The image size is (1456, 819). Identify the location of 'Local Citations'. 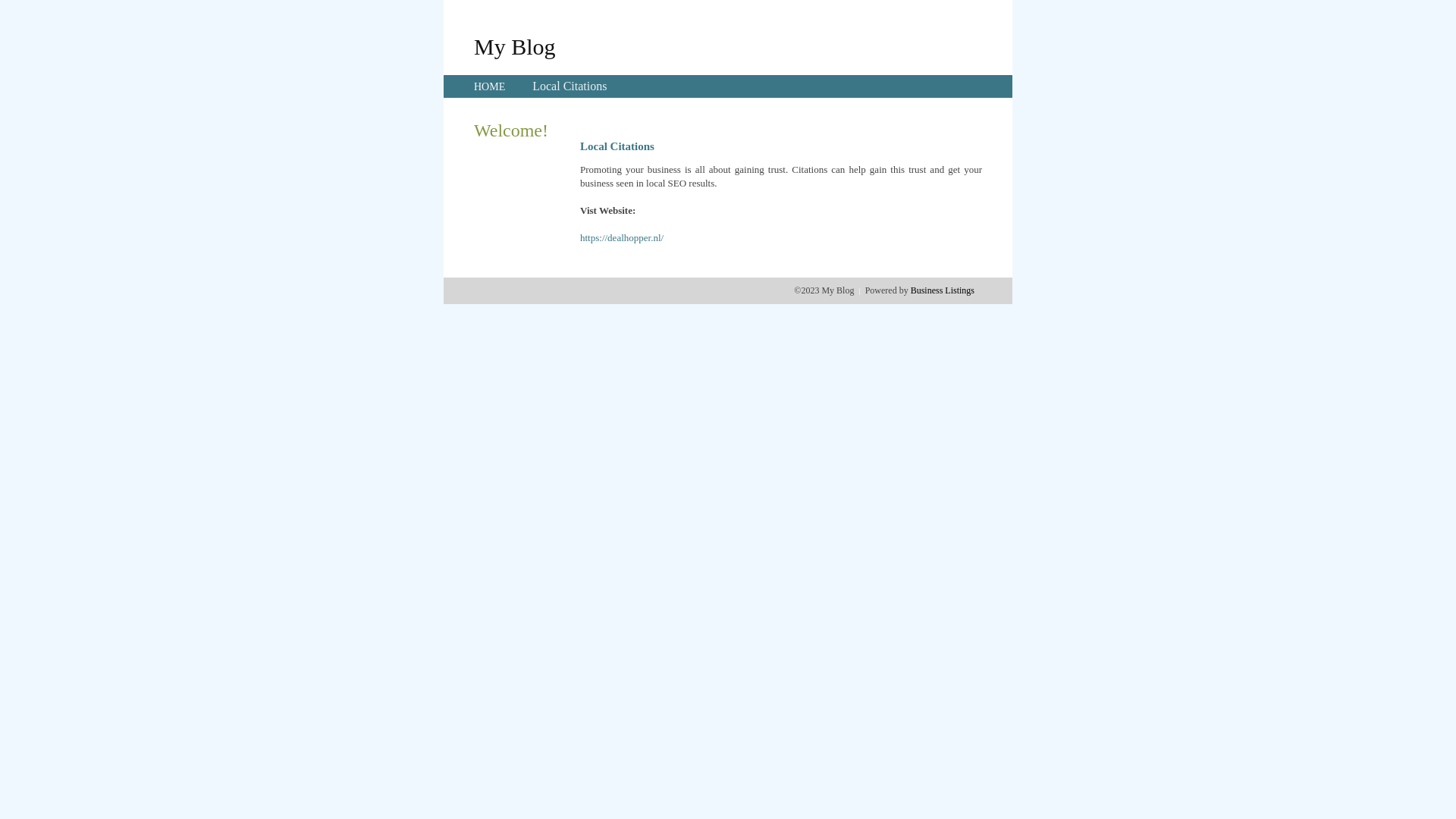
(568, 86).